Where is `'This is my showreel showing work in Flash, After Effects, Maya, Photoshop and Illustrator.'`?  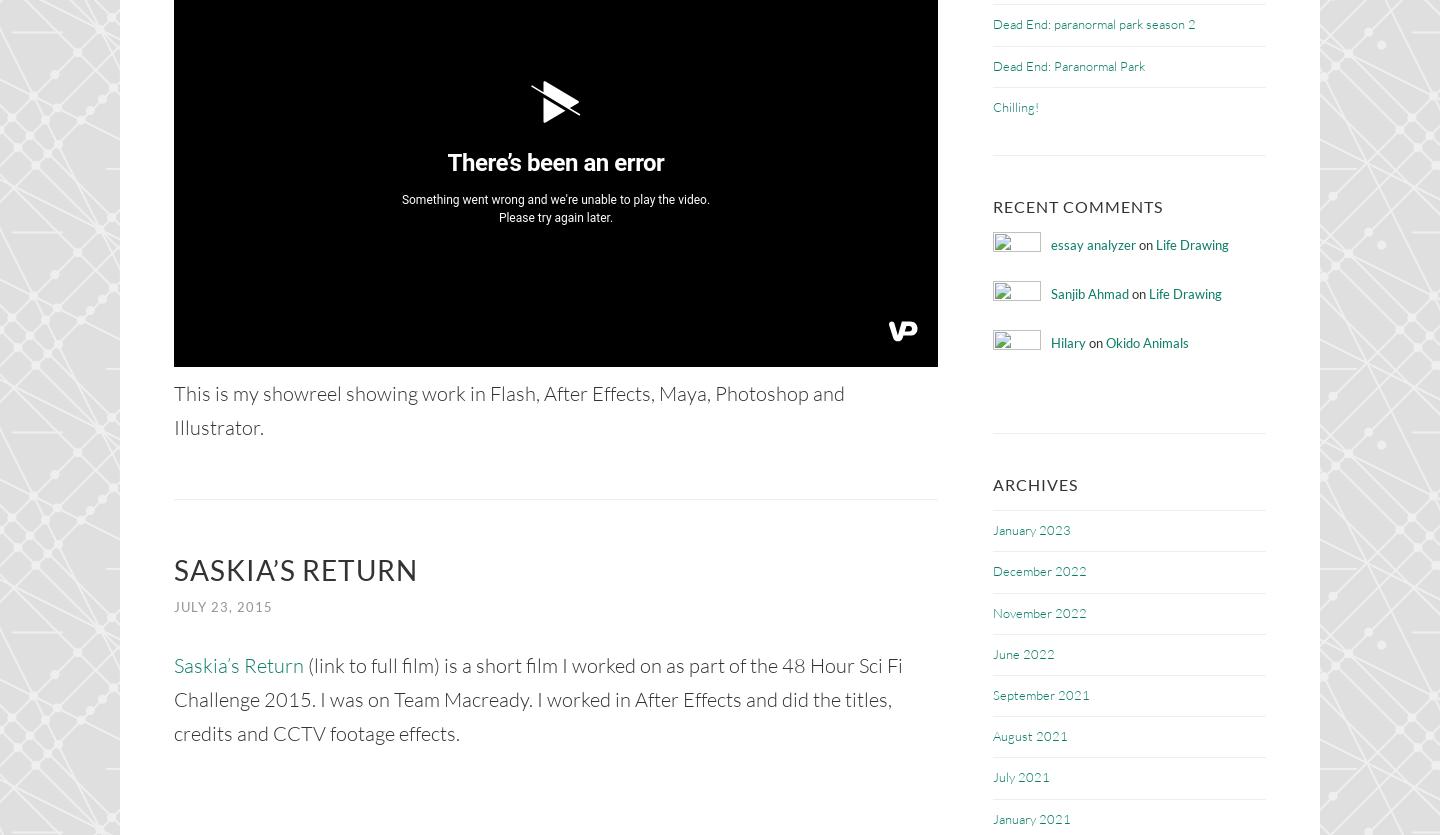 'This is my showreel showing work in Flash, After Effects, Maya, Photoshop and Illustrator.' is located at coordinates (508, 410).